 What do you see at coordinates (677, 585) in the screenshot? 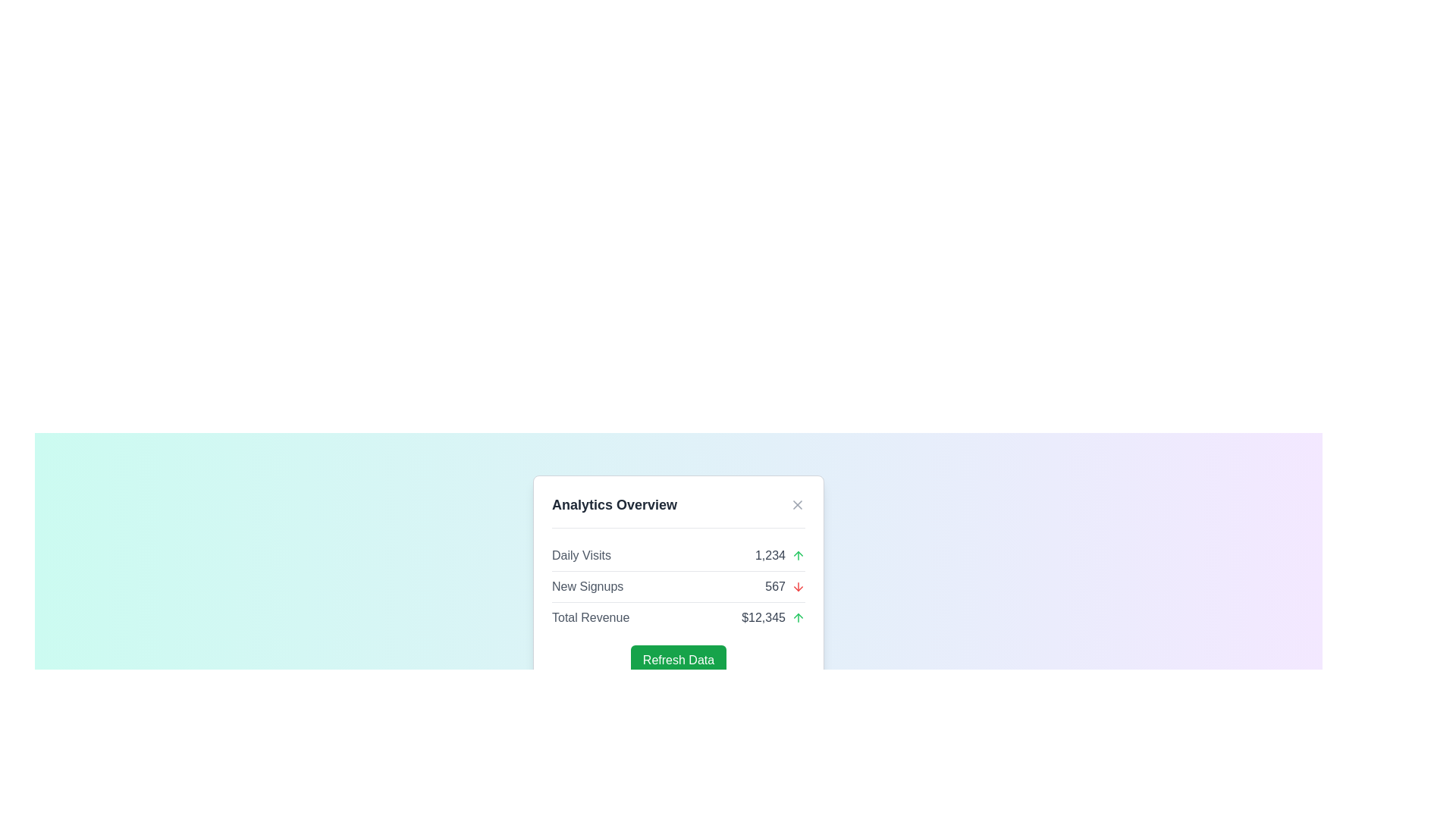
I see `the 'New Signups' DataRow, which displays the value '567' and a red downward arrow icon, located centrally in the card layout` at bounding box center [677, 585].